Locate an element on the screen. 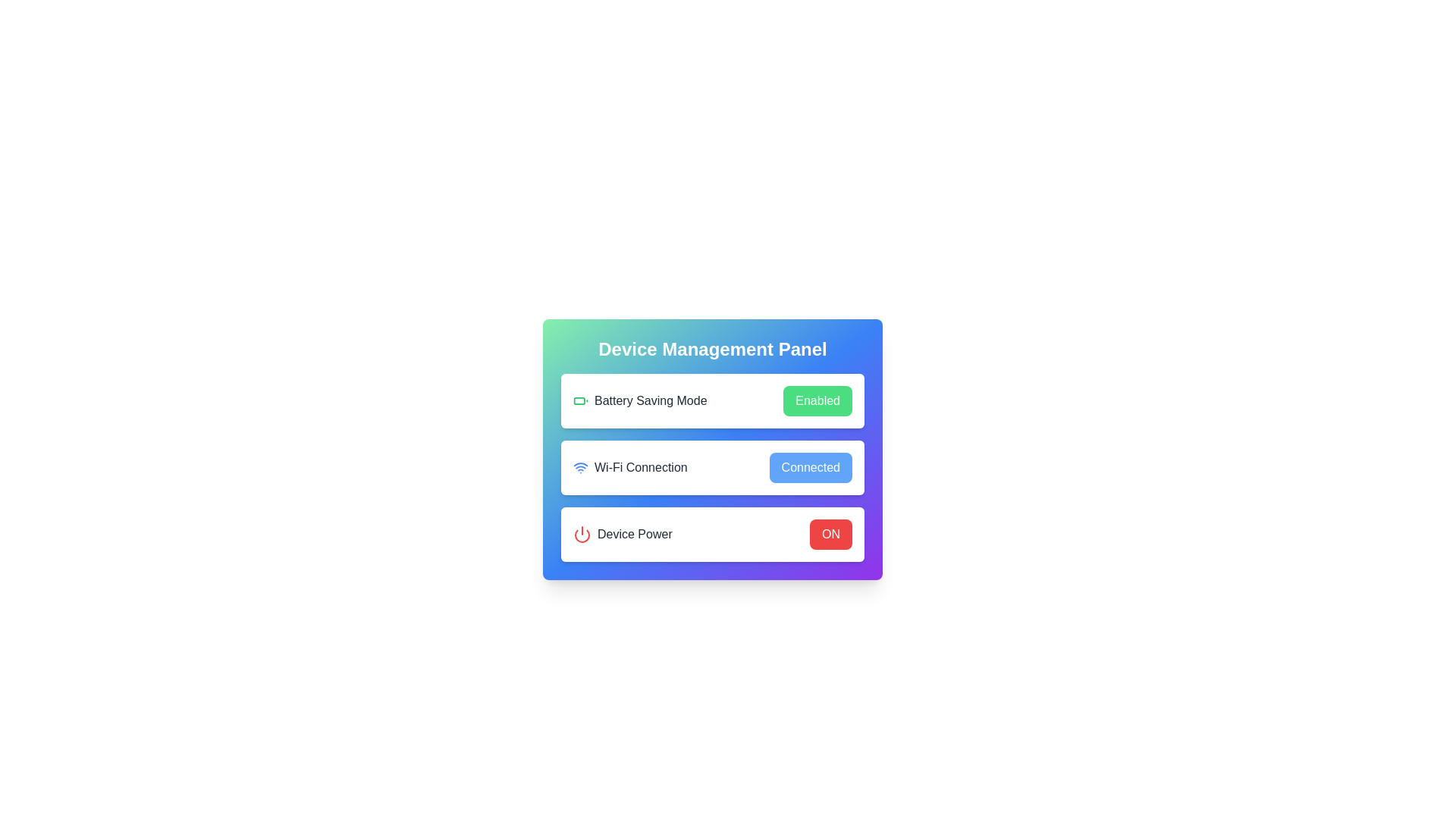 This screenshot has width=1456, height=819. the rectangular button with rounded corners, bold red background, and white text 'ON' for keyboard interaction is located at coordinates (830, 534).